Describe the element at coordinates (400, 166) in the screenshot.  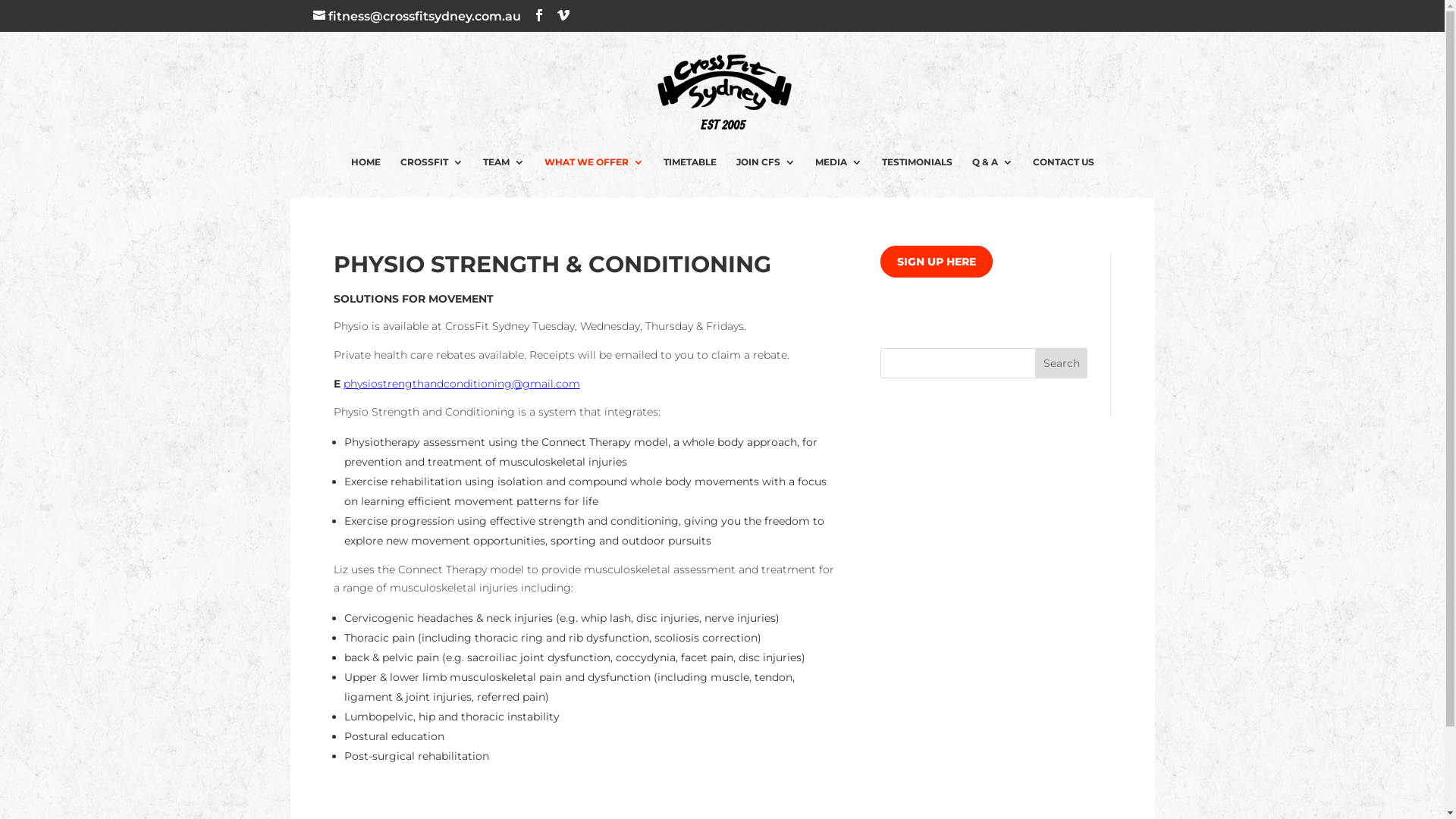
I see `'CROSSFIT'` at that location.